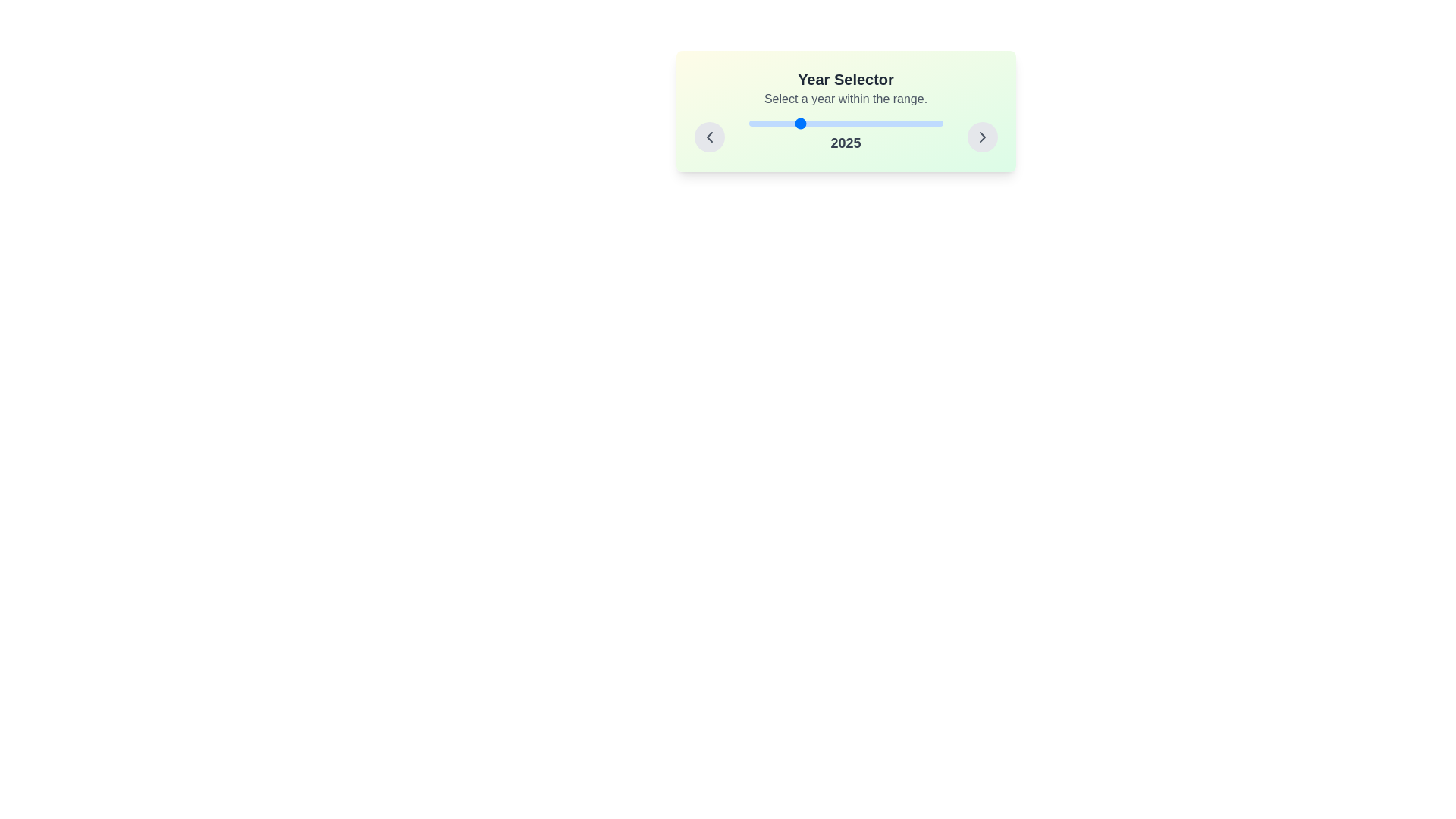  I want to click on the left arrow button to decrease the year, so click(708, 137).